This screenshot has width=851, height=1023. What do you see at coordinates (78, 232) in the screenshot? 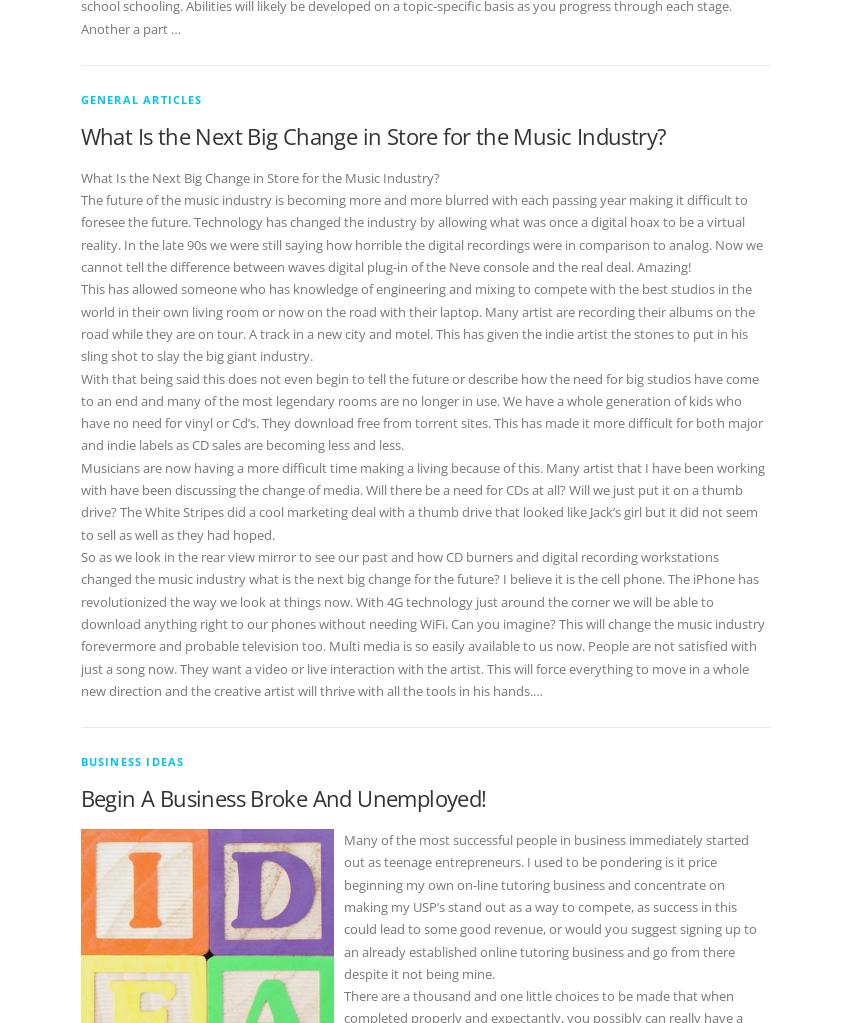
I see `'The future of the music industry is becoming more and more blurred with each passing year making it difficult to foresee the future.  Technology has changed the industry by allowing what was once a digital hoax to be a virtual reality.  In the late 90s we were still saying how horrible the digital recordings were in comparison to analog.  Now we cannot tell the difference between waves digital plug-in of the Neve console and the real deal.  Amazing!'` at bounding box center [78, 232].